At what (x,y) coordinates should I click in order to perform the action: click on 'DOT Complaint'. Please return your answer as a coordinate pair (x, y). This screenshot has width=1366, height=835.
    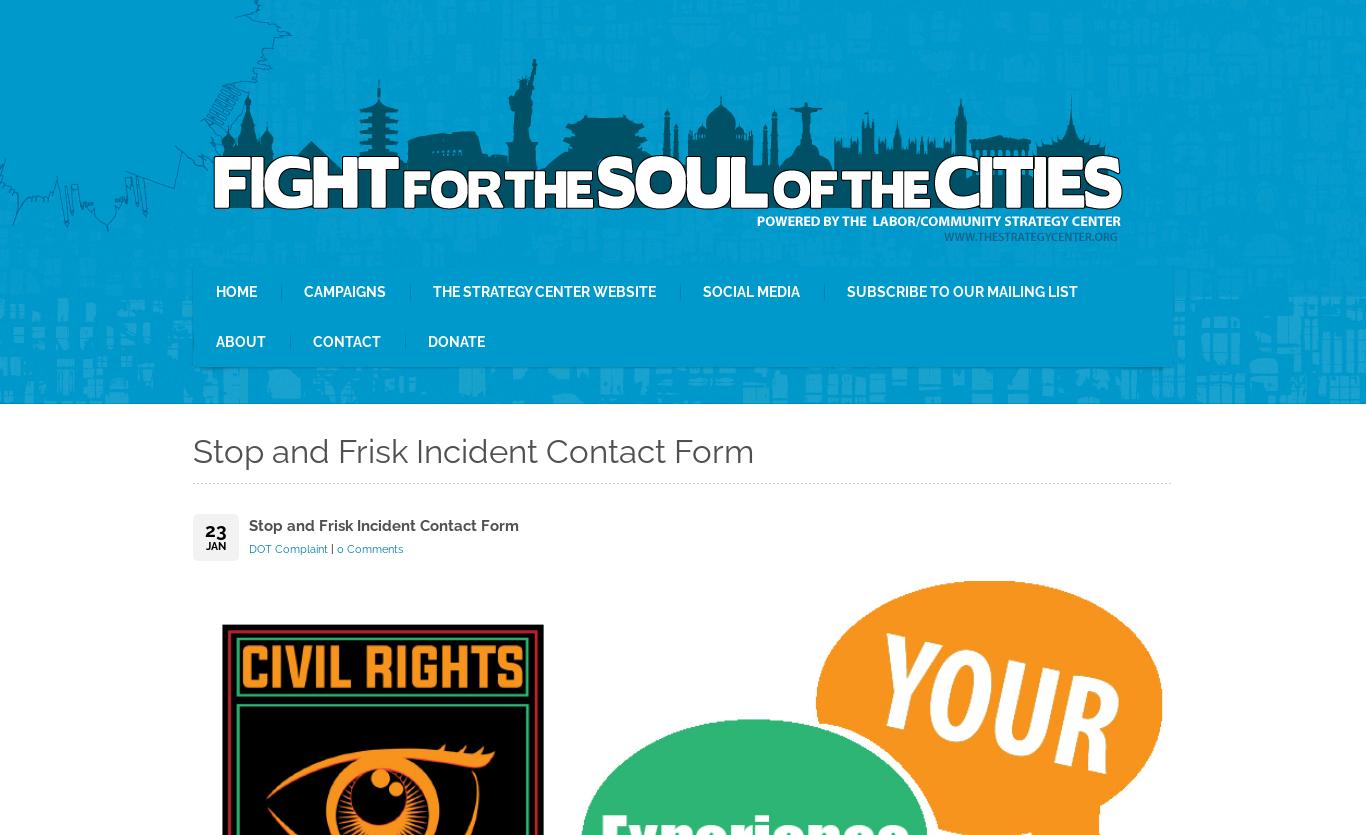
    Looking at the image, I should click on (288, 549).